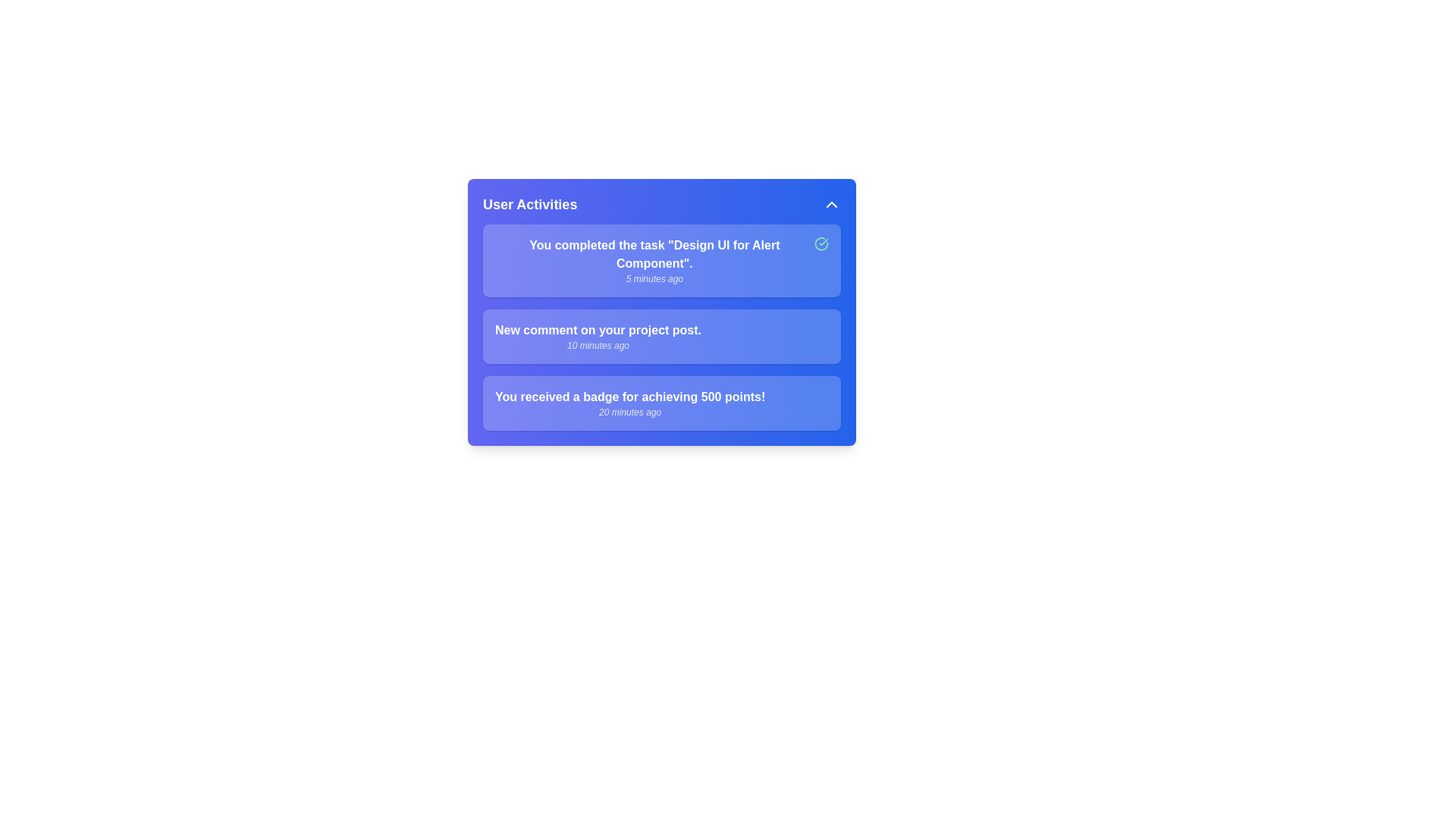 The height and width of the screenshot is (819, 1456). What do you see at coordinates (821, 243) in the screenshot?
I see `the green circular checkmark icon located at the rightmost position within the top notification card in the user activity logs` at bounding box center [821, 243].